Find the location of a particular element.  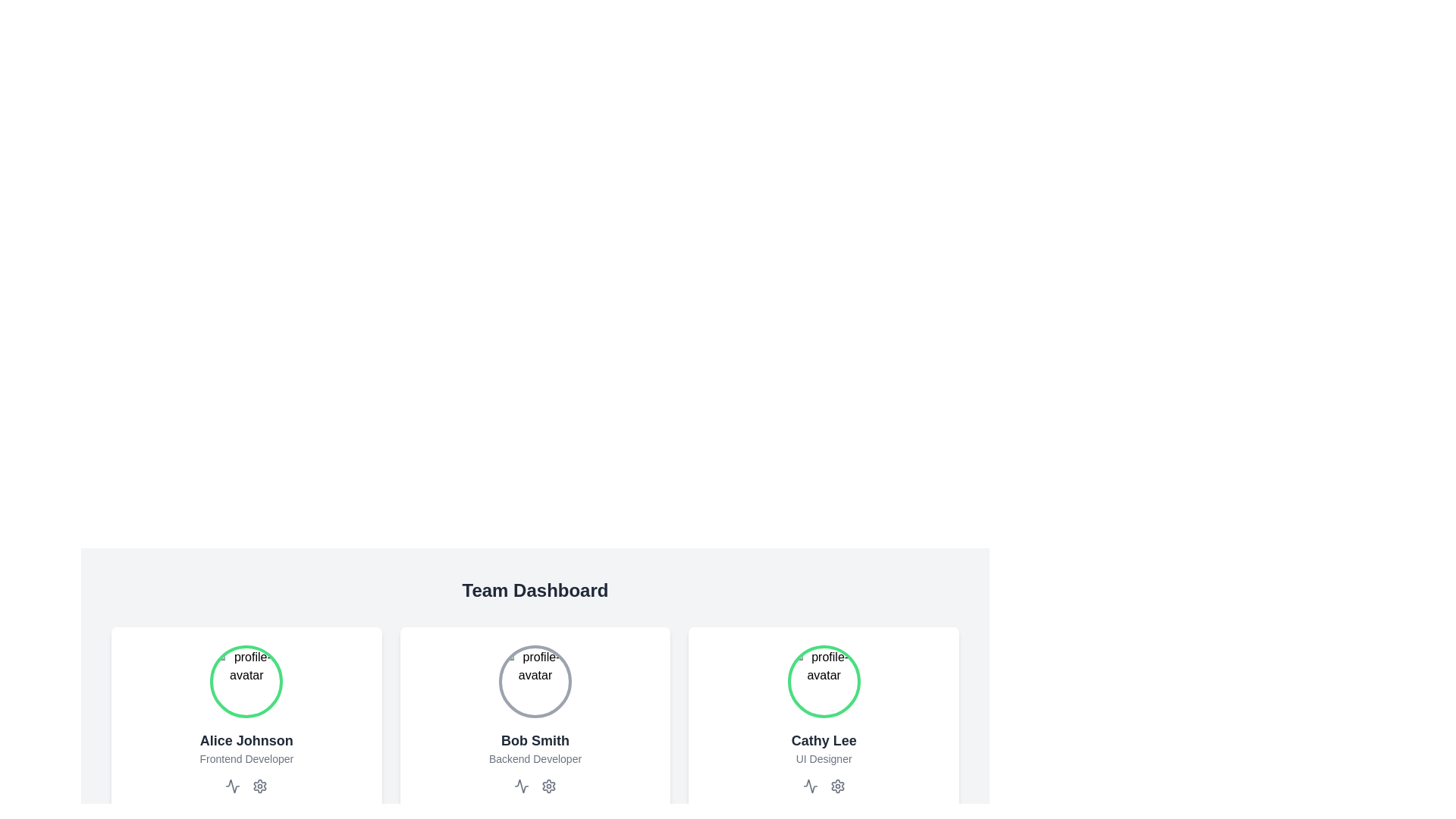

the Profile Card located in the first column of the grid layout, aligned with the 'Team Dashboard' text is located at coordinates (246, 718).